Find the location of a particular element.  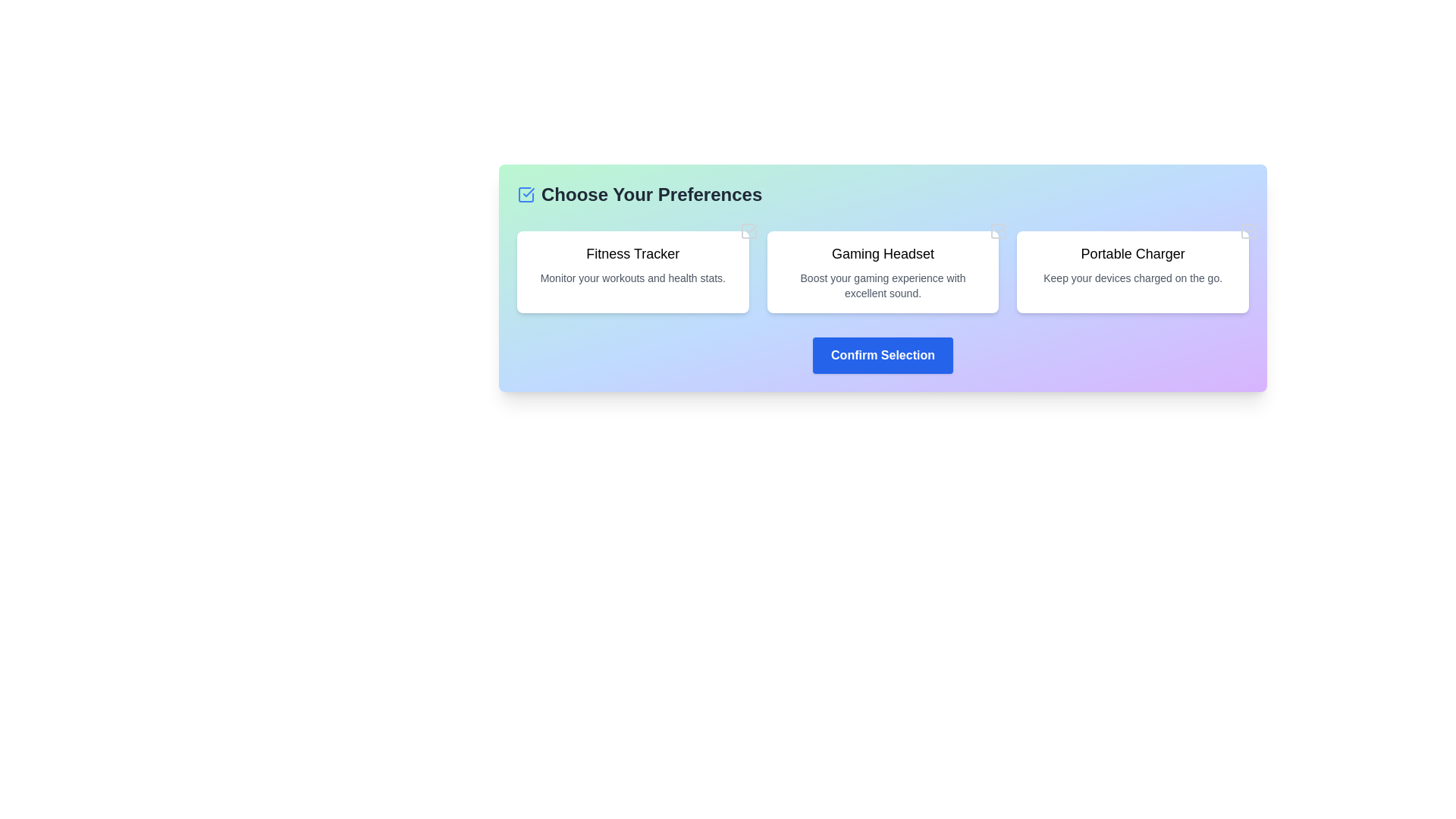

to select the second selectable card related to gaming accessories, positioned between the 'Fitness Tracker' and 'Portable Charger' cards in a grid layout is located at coordinates (883, 271).